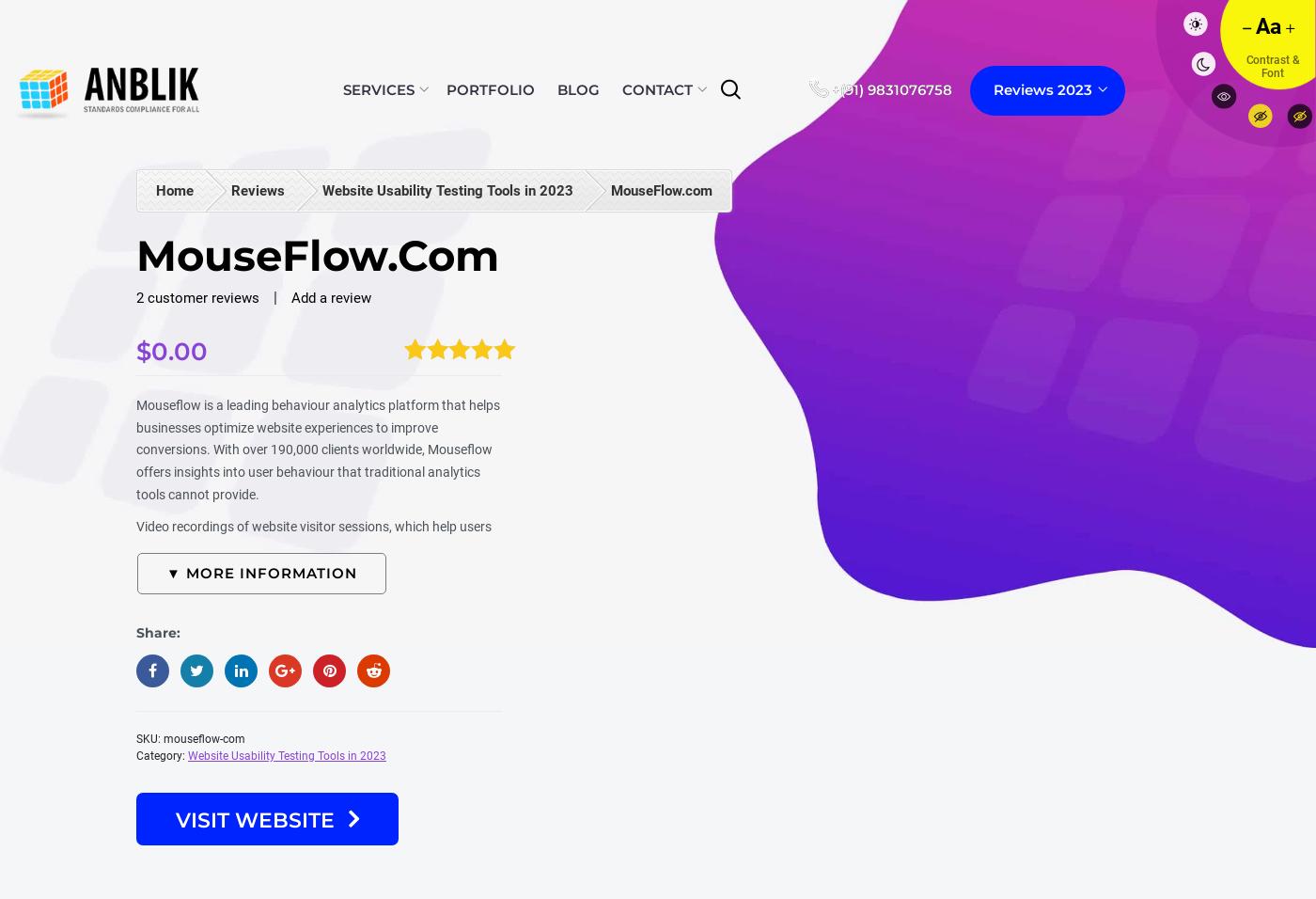 The height and width of the screenshot is (899, 1316). What do you see at coordinates (888, 88) in the screenshot?
I see `'+(91) 9831076758'` at bounding box center [888, 88].